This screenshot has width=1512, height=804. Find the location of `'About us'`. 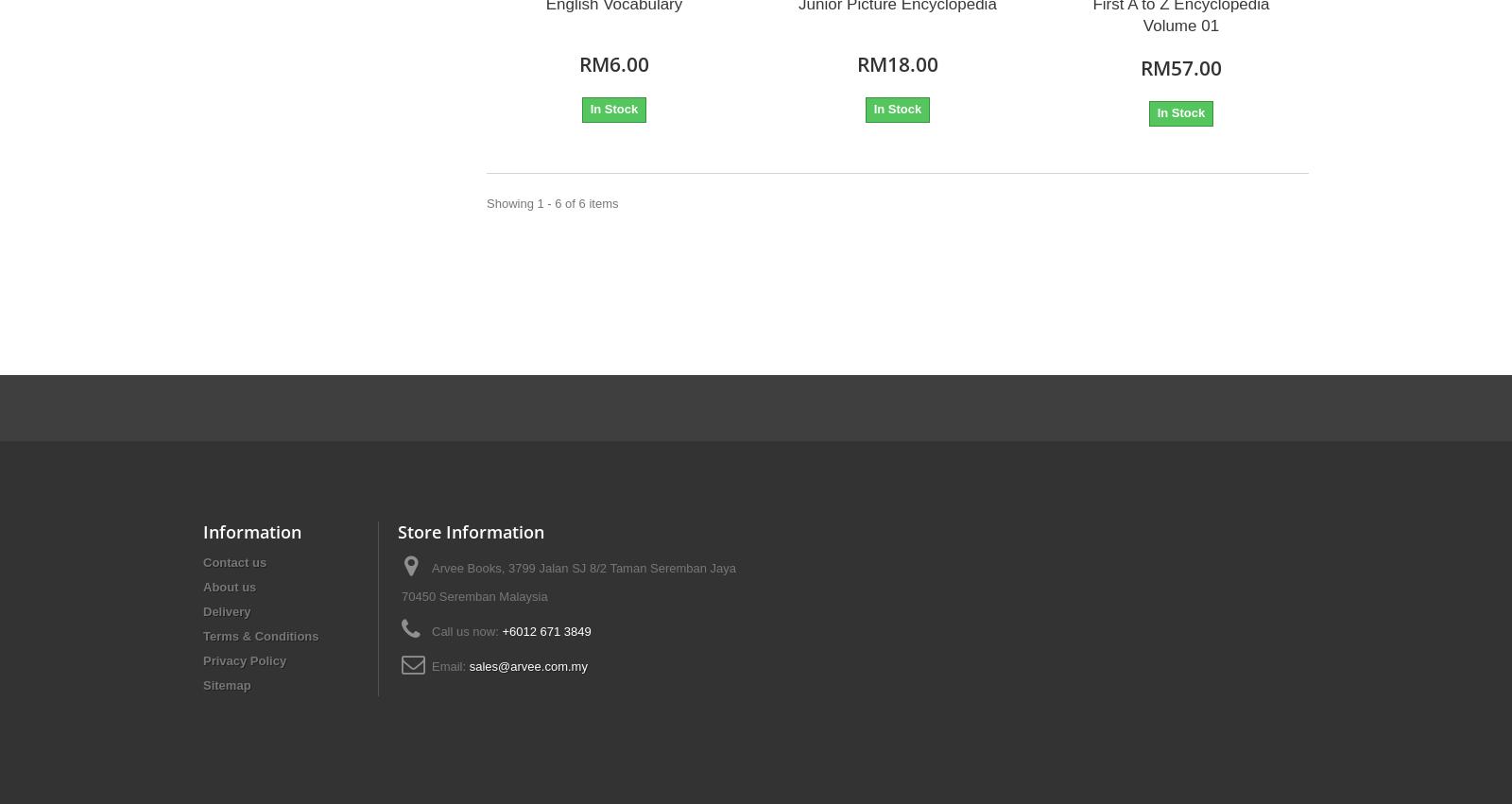

'About us' is located at coordinates (203, 585).